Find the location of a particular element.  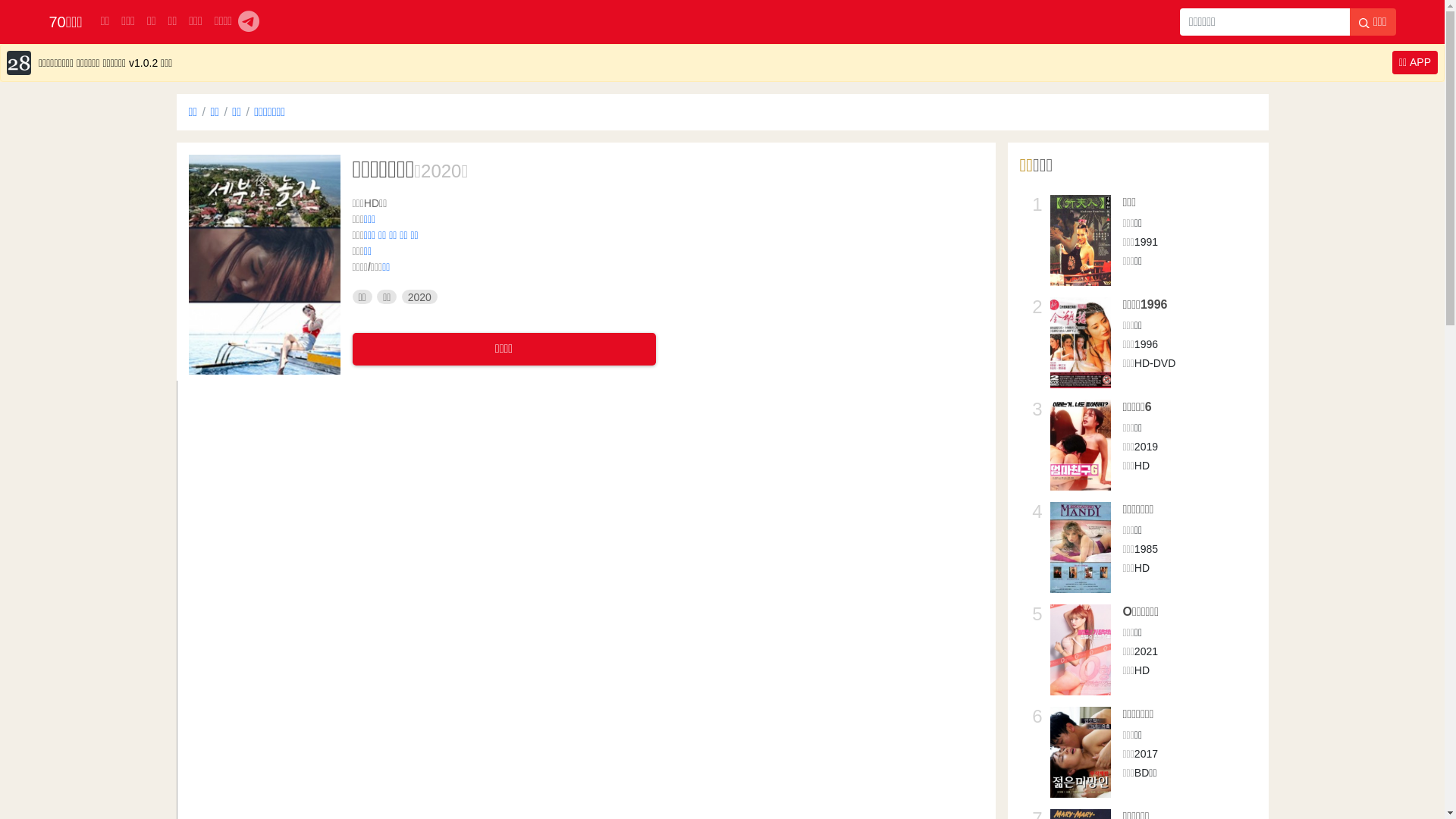

'2020' is located at coordinates (440, 171).